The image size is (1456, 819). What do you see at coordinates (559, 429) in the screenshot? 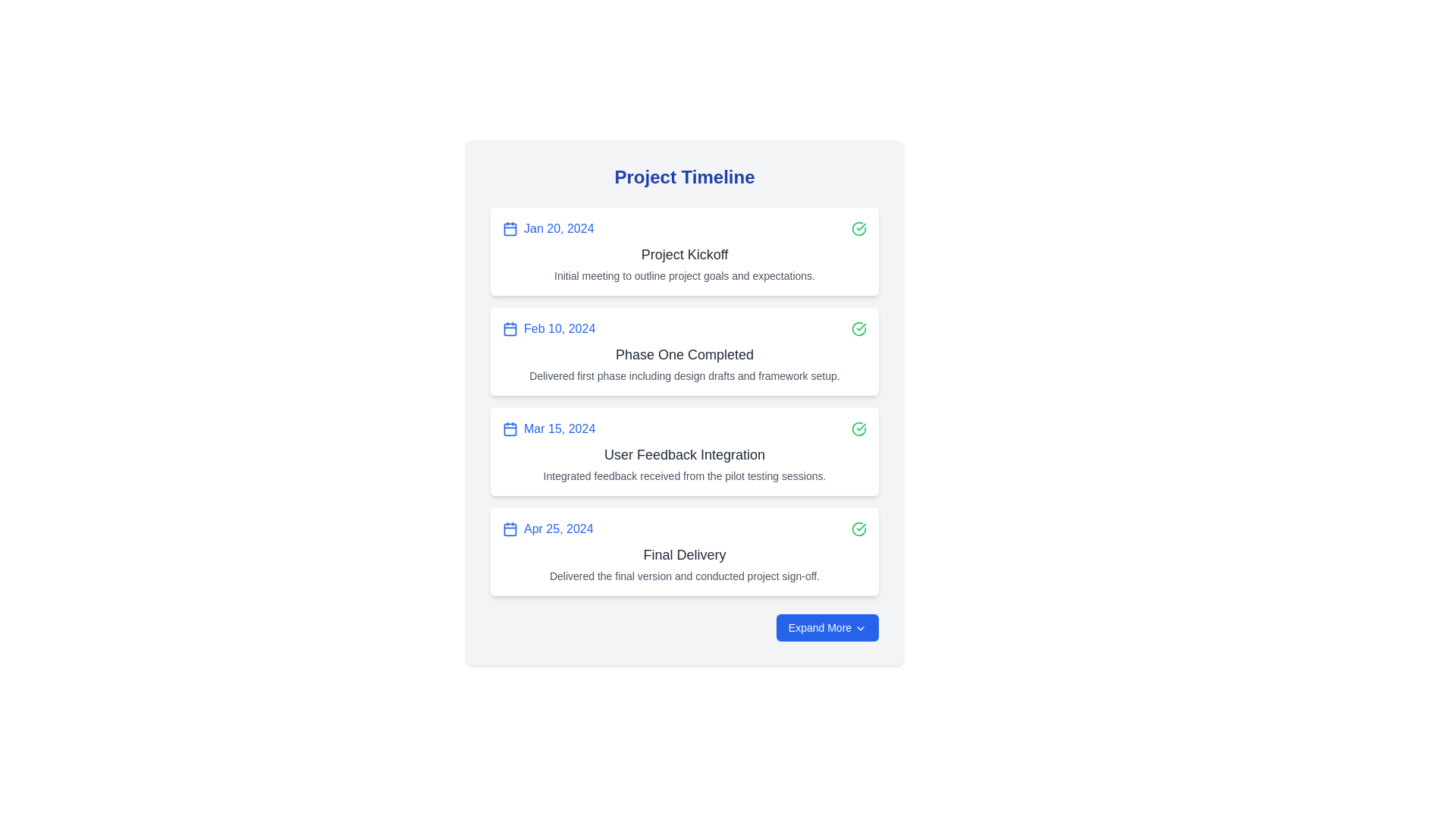
I see `the Text label that displays the date associated with the 'User Feedback Integration' phase in the timeline, located near the calendar icon` at bounding box center [559, 429].